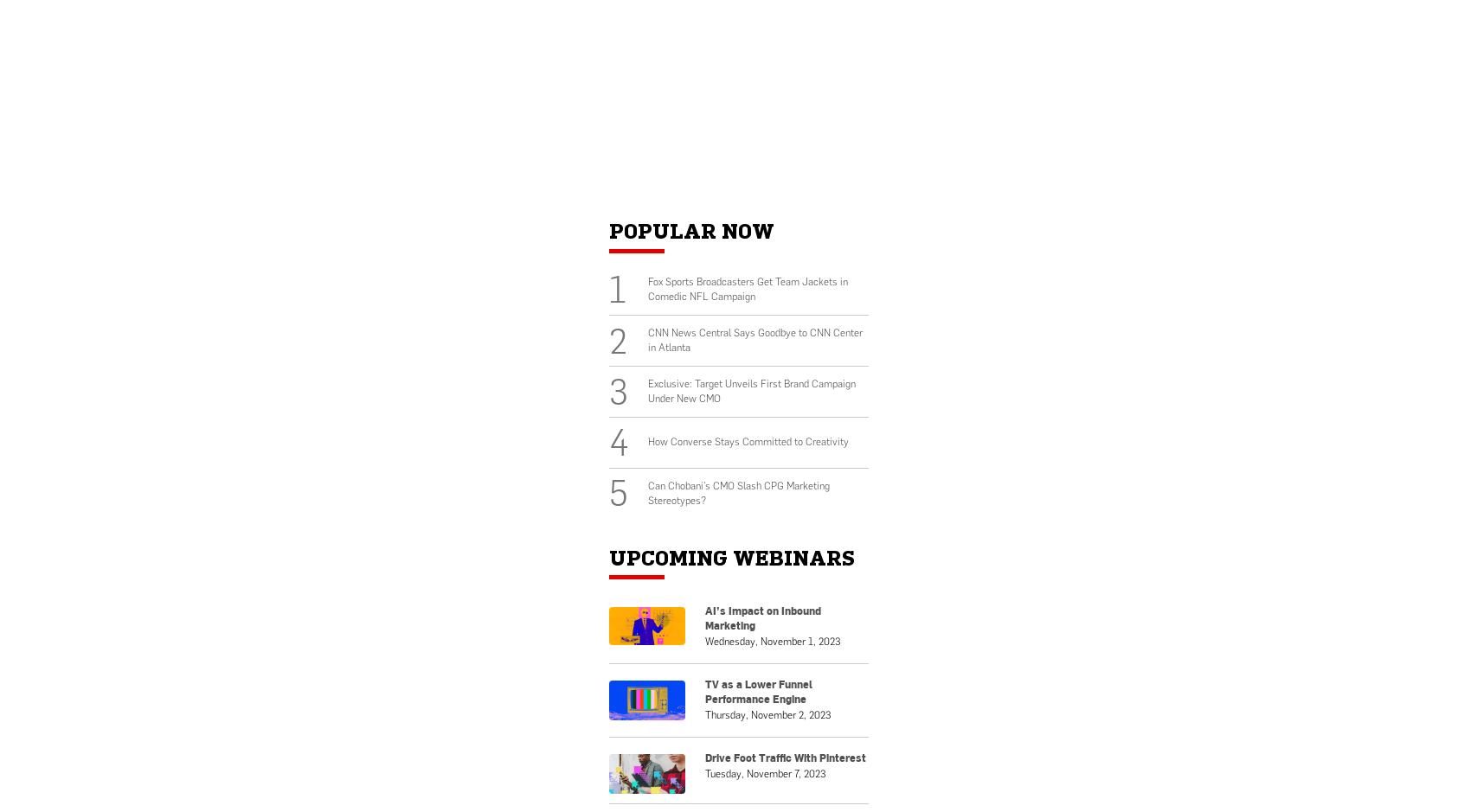  What do you see at coordinates (690, 230) in the screenshot?
I see `'Popular Now'` at bounding box center [690, 230].